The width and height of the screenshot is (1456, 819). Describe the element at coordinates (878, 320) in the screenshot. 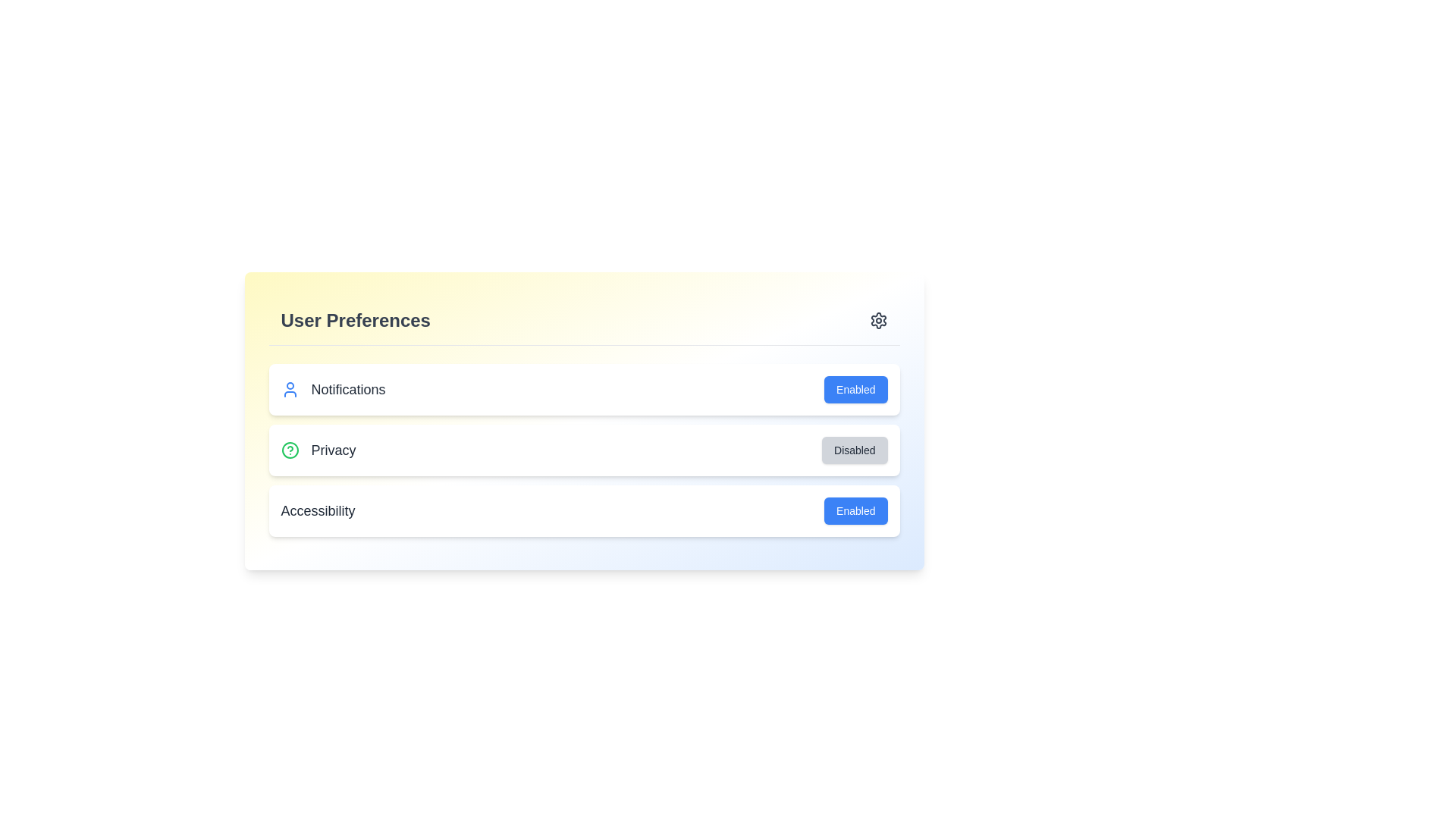

I see `the settings icon in the header` at that location.